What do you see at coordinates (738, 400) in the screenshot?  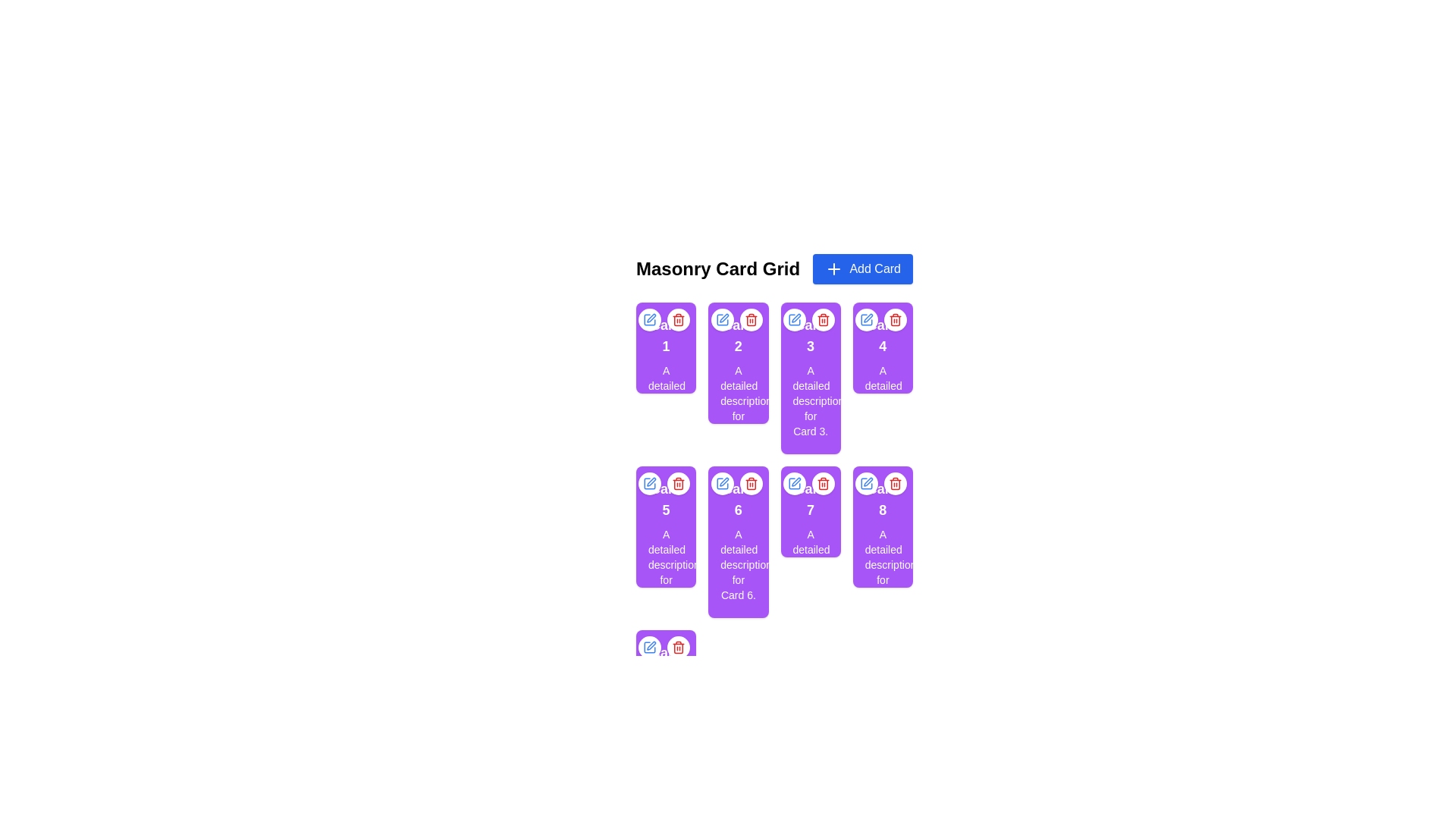 I see `description text displayed within the card labeled 'Card 2', which shows 'A detailed description for Card 2'` at bounding box center [738, 400].